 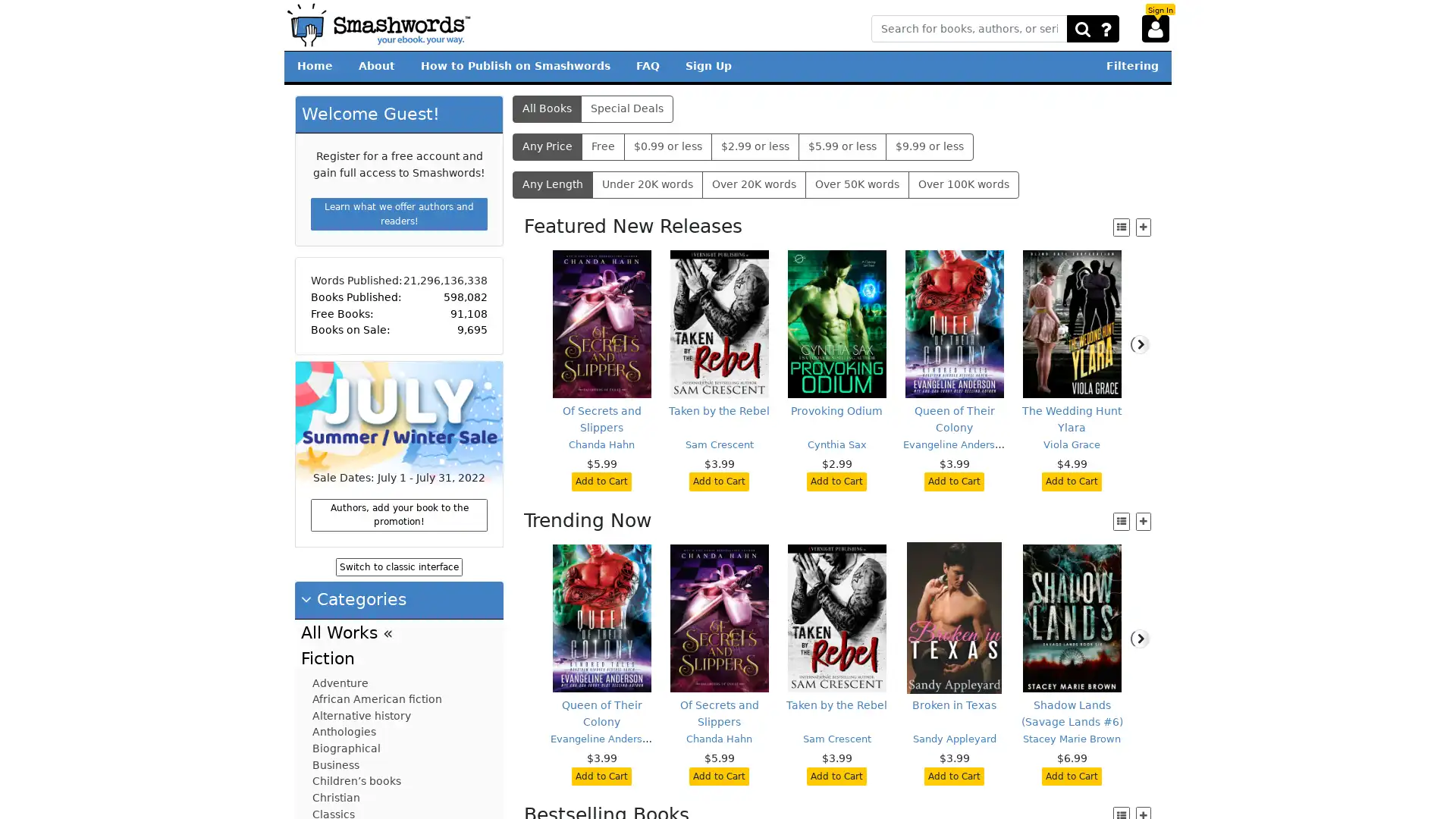 What do you see at coordinates (353, 598) in the screenshot?
I see `Categories` at bounding box center [353, 598].